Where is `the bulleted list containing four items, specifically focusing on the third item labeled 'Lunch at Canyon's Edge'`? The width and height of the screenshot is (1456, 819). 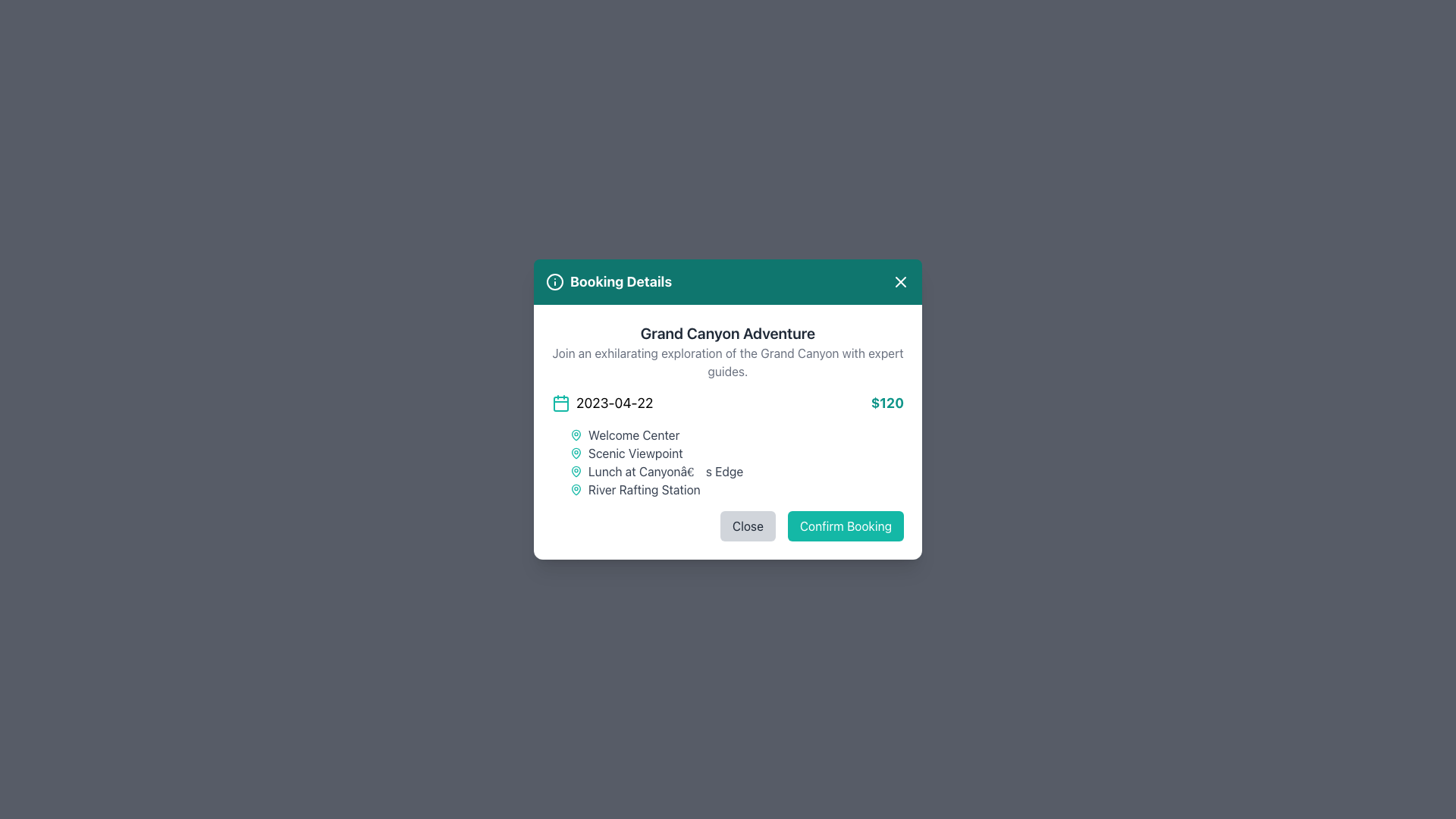 the bulleted list containing four items, specifically focusing on the third item labeled 'Lunch at Canyon's Edge' is located at coordinates (728, 461).